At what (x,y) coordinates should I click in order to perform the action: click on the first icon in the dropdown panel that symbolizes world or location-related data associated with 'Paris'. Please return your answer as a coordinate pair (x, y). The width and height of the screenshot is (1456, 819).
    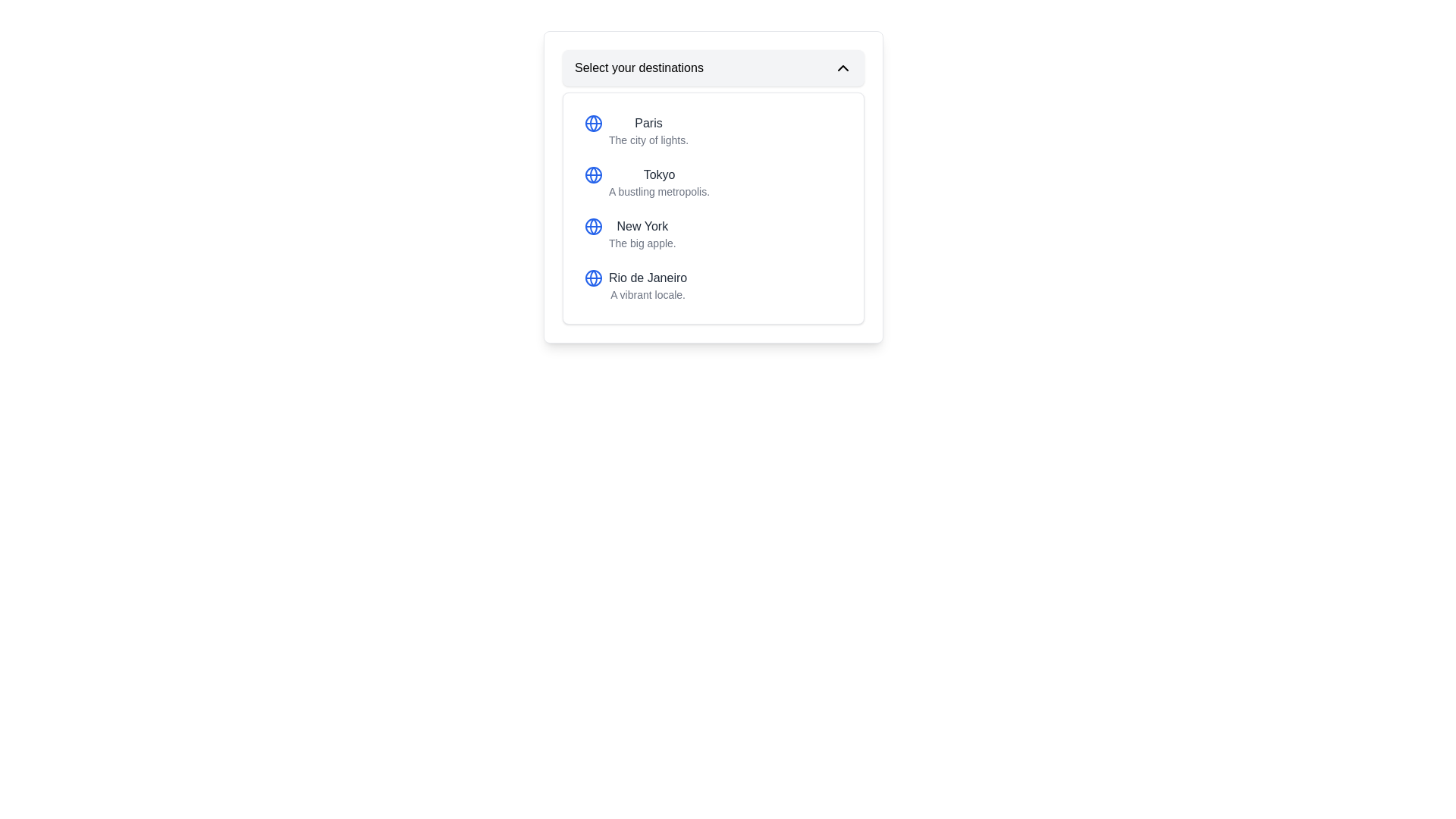
    Looking at the image, I should click on (592, 122).